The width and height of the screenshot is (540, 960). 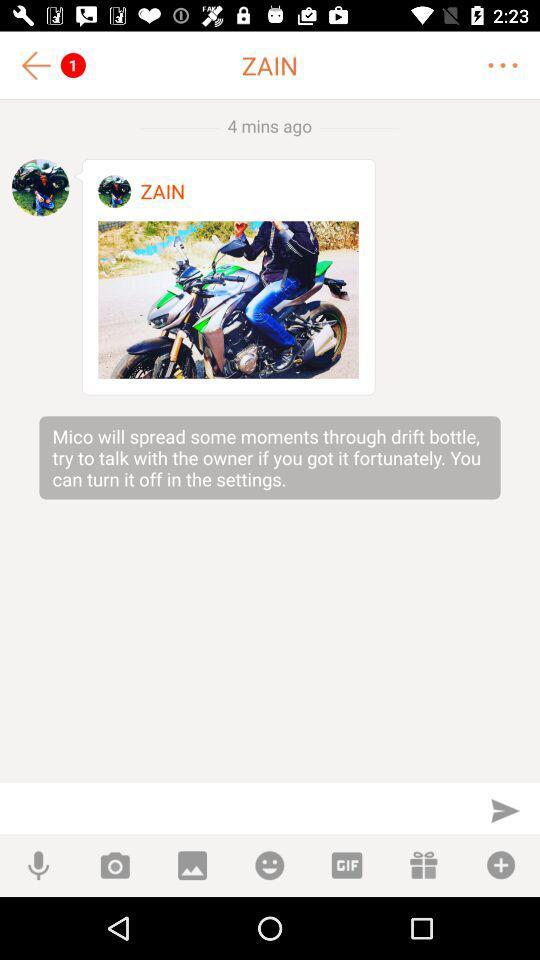 I want to click on open image, so click(x=227, y=299).